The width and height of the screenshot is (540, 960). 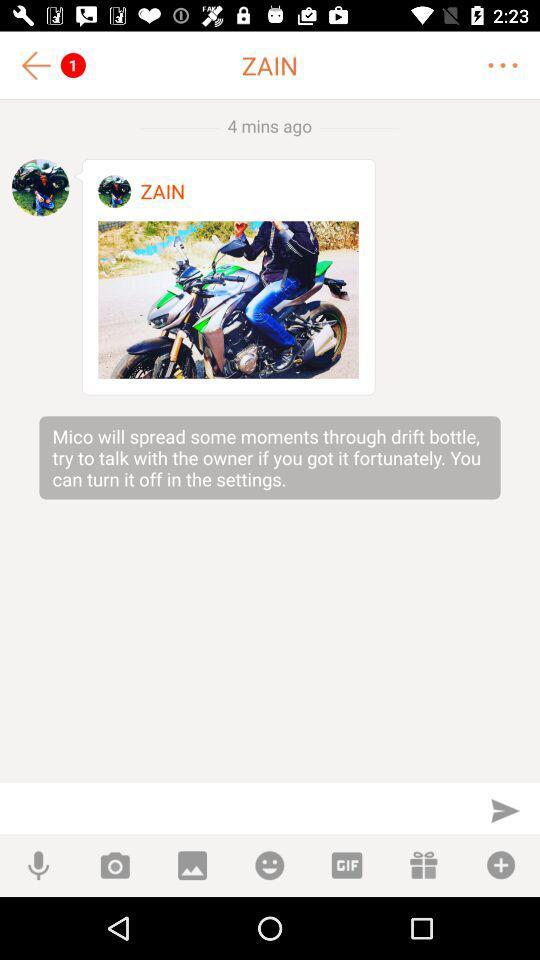 I want to click on open image, so click(x=227, y=299).